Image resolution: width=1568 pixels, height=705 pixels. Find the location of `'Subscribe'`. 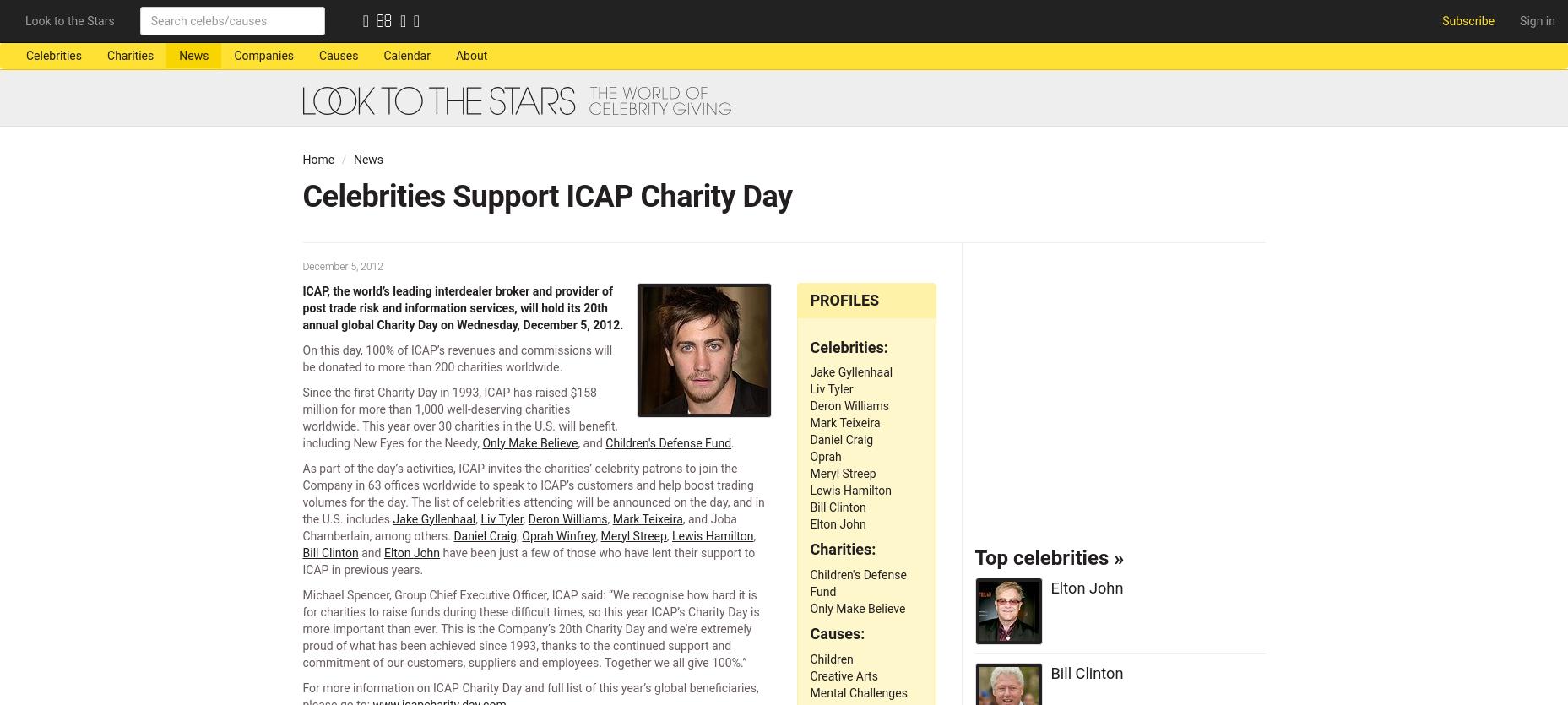

'Subscribe' is located at coordinates (1468, 20).